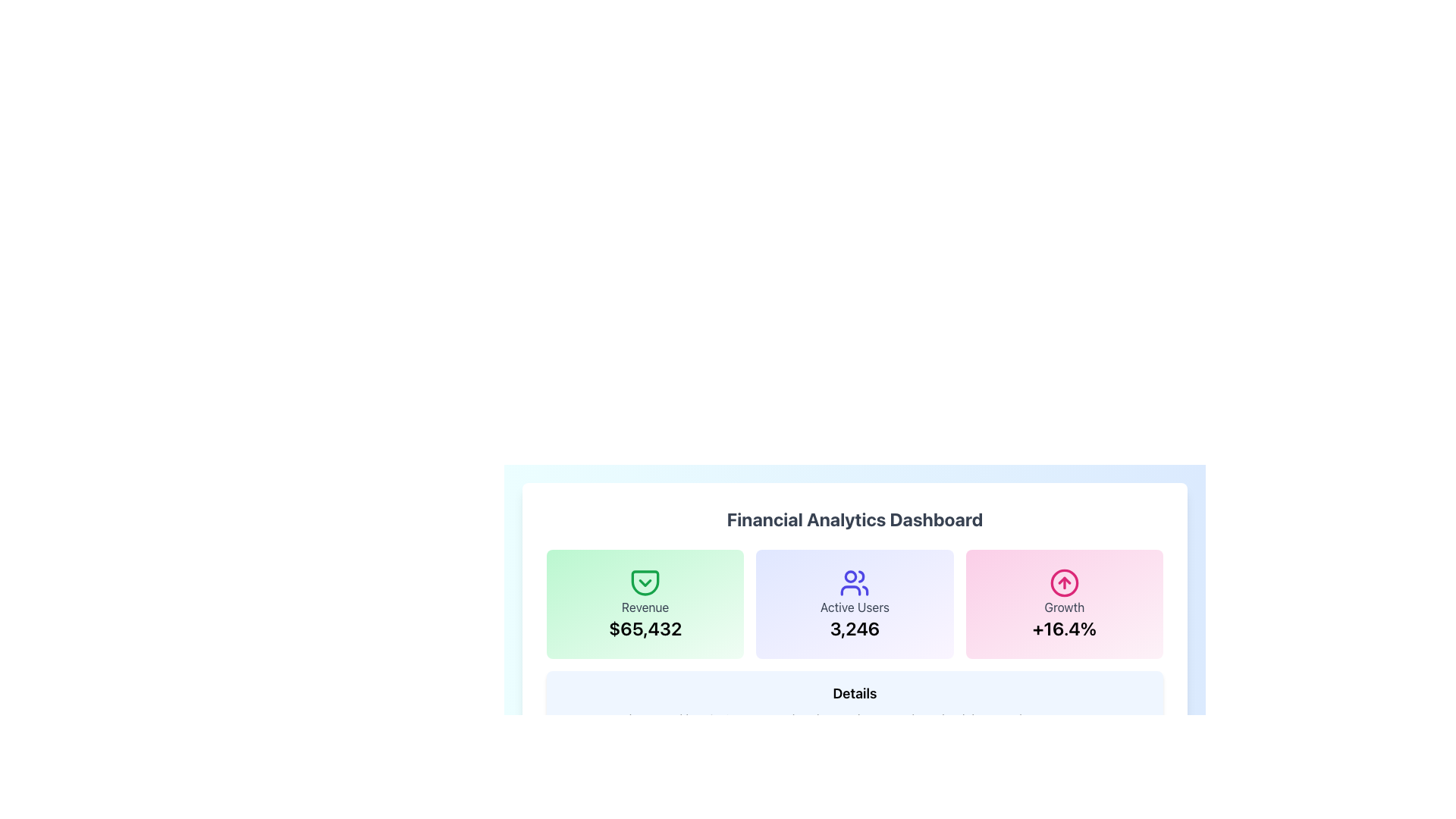 This screenshot has width=1456, height=819. Describe the element at coordinates (1063, 582) in the screenshot. I see `the growth icon located in the third column of the top row of the dashboard, centered above the text '+16.4%'` at that location.